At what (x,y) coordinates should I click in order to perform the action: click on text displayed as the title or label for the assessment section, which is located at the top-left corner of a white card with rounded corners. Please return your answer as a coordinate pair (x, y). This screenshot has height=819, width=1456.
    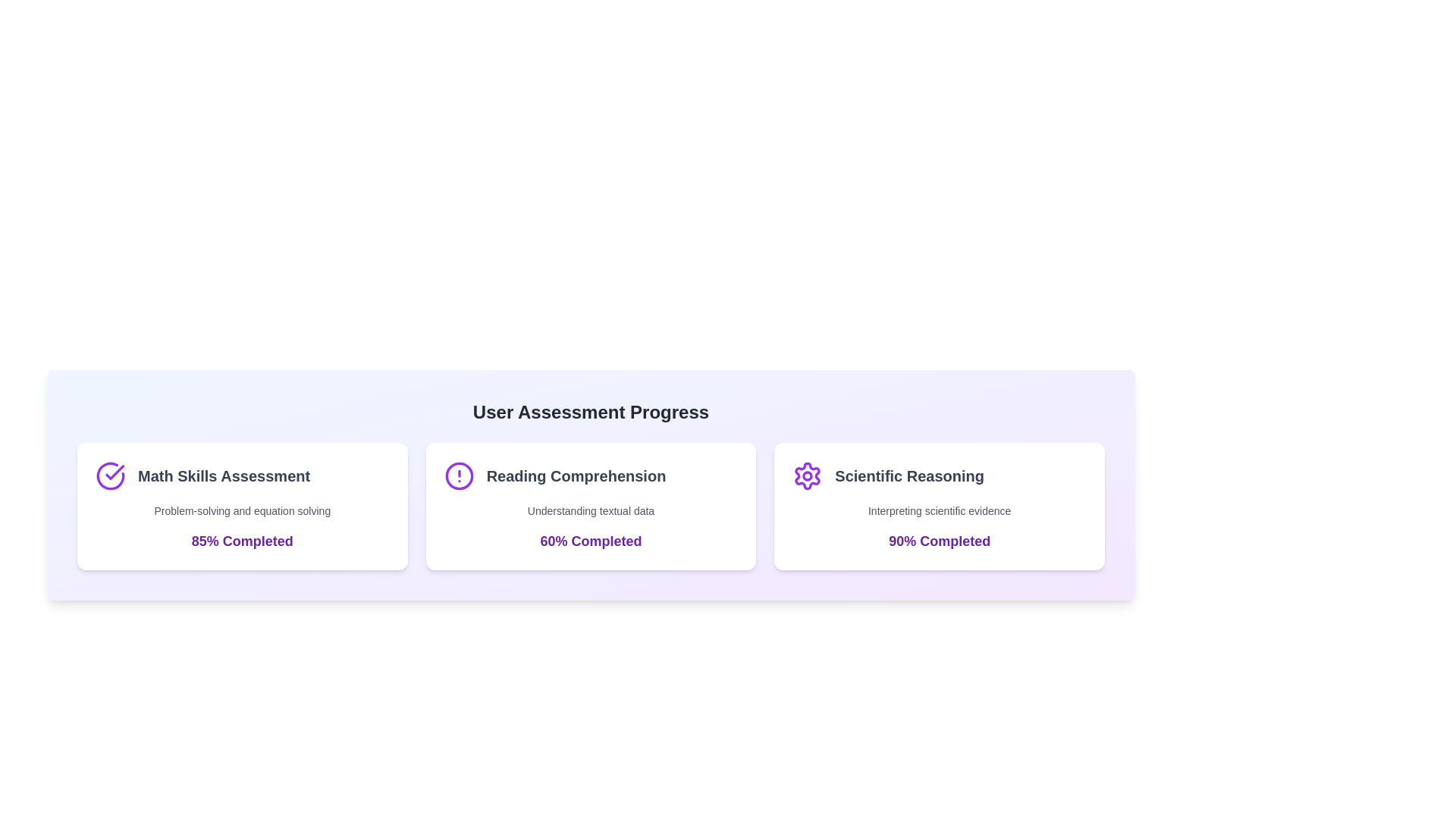
    Looking at the image, I should click on (241, 475).